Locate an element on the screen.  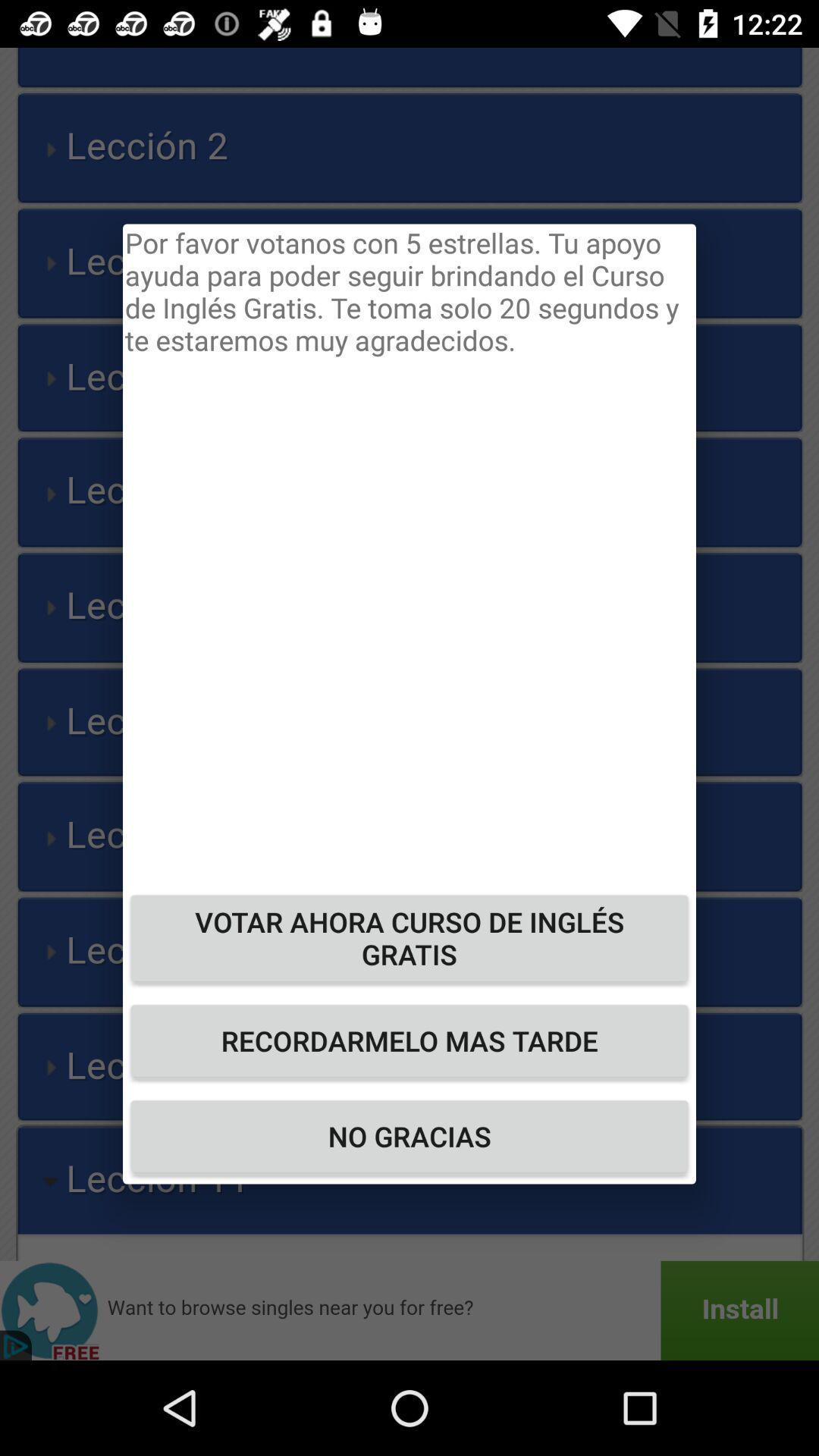
recordarmelo mas tarde icon is located at coordinates (409, 1040).